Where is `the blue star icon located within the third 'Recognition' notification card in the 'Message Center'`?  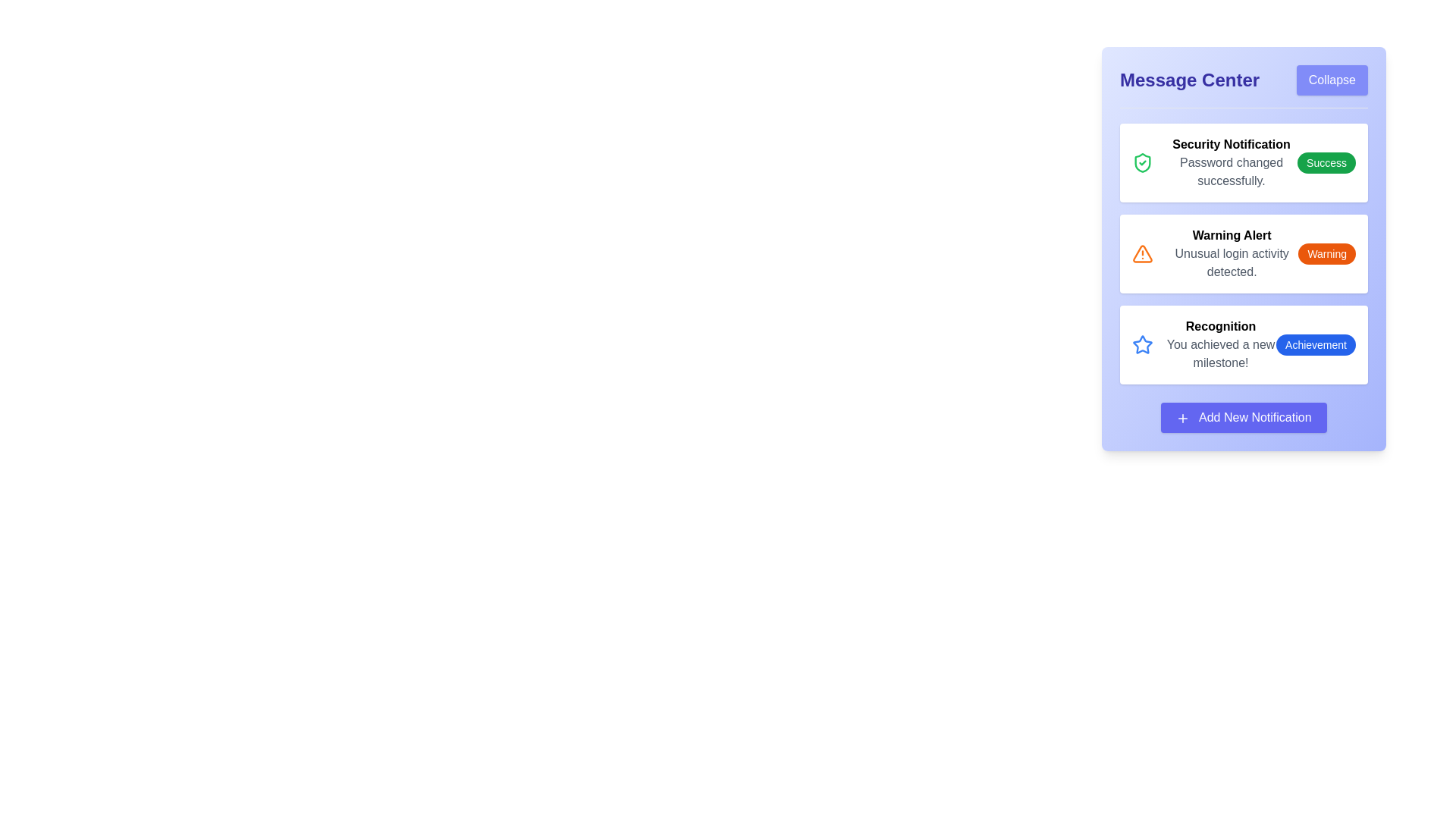
the blue star icon located within the third 'Recognition' notification card in the 'Message Center' is located at coordinates (1143, 344).